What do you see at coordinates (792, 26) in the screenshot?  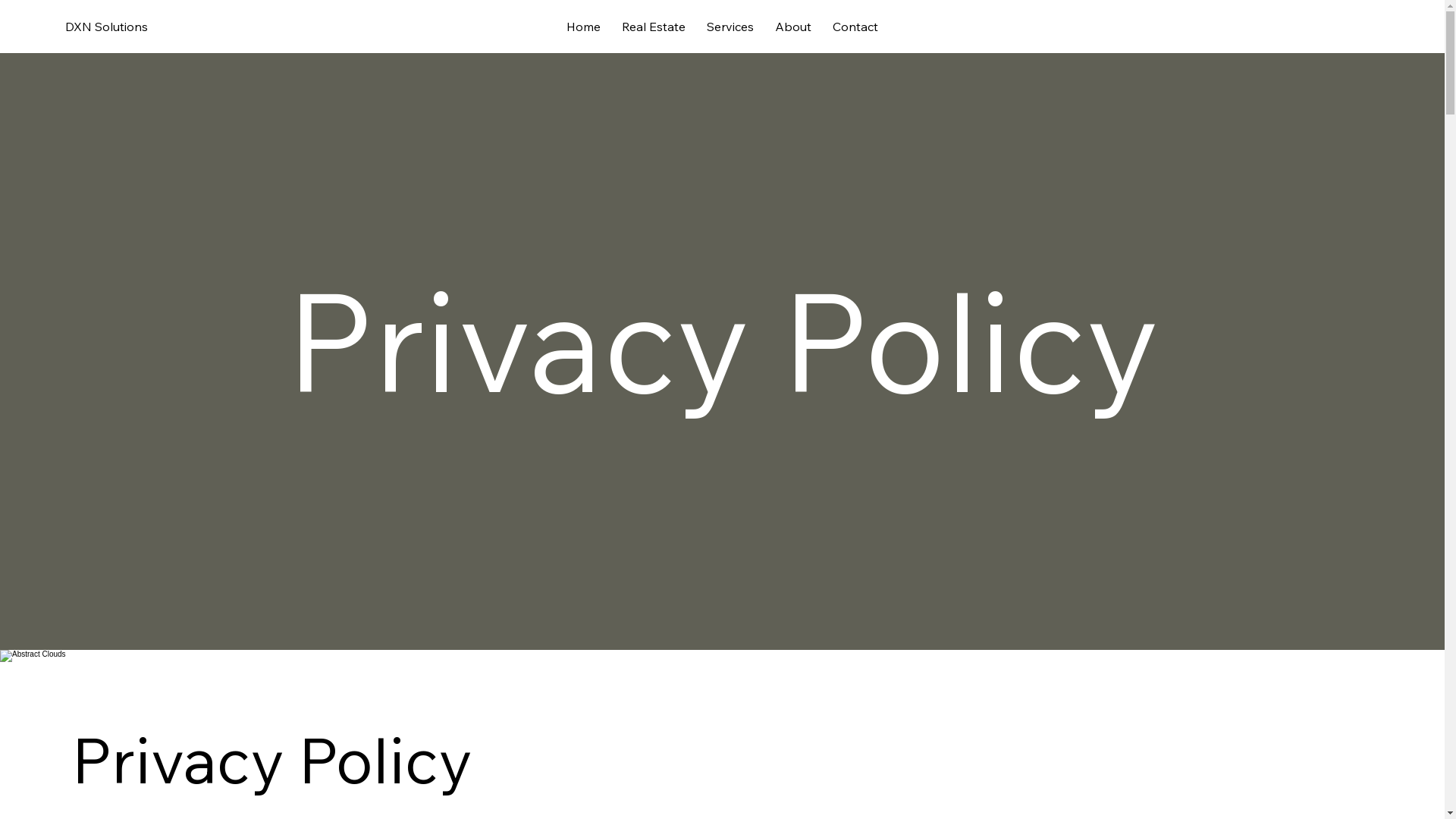 I see `'About'` at bounding box center [792, 26].